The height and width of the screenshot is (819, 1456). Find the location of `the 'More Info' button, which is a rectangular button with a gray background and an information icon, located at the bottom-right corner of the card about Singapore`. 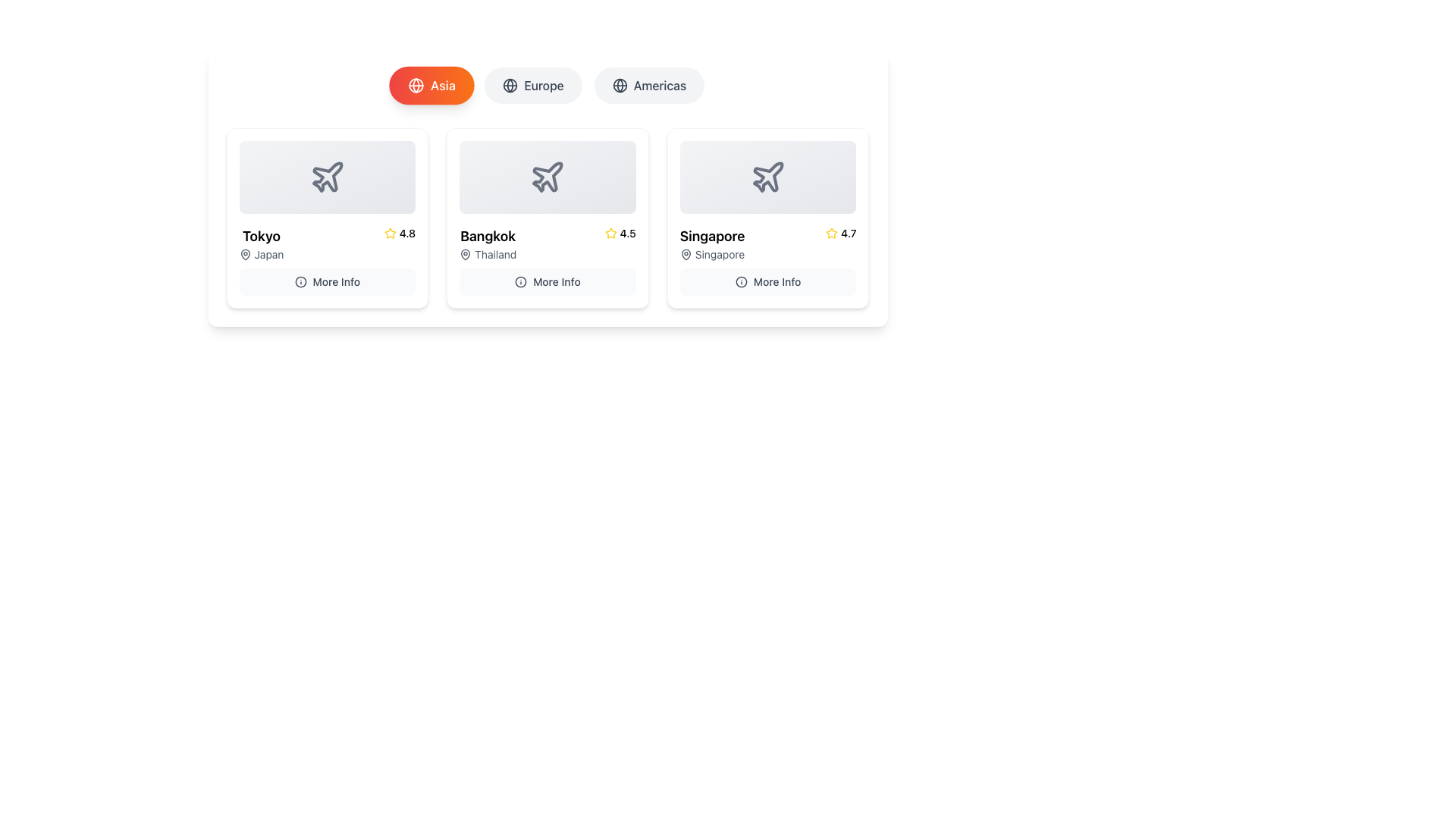

the 'More Info' button, which is a rectangular button with a gray background and an information icon, located at the bottom-right corner of the card about Singapore is located at coordinates (768, 281).